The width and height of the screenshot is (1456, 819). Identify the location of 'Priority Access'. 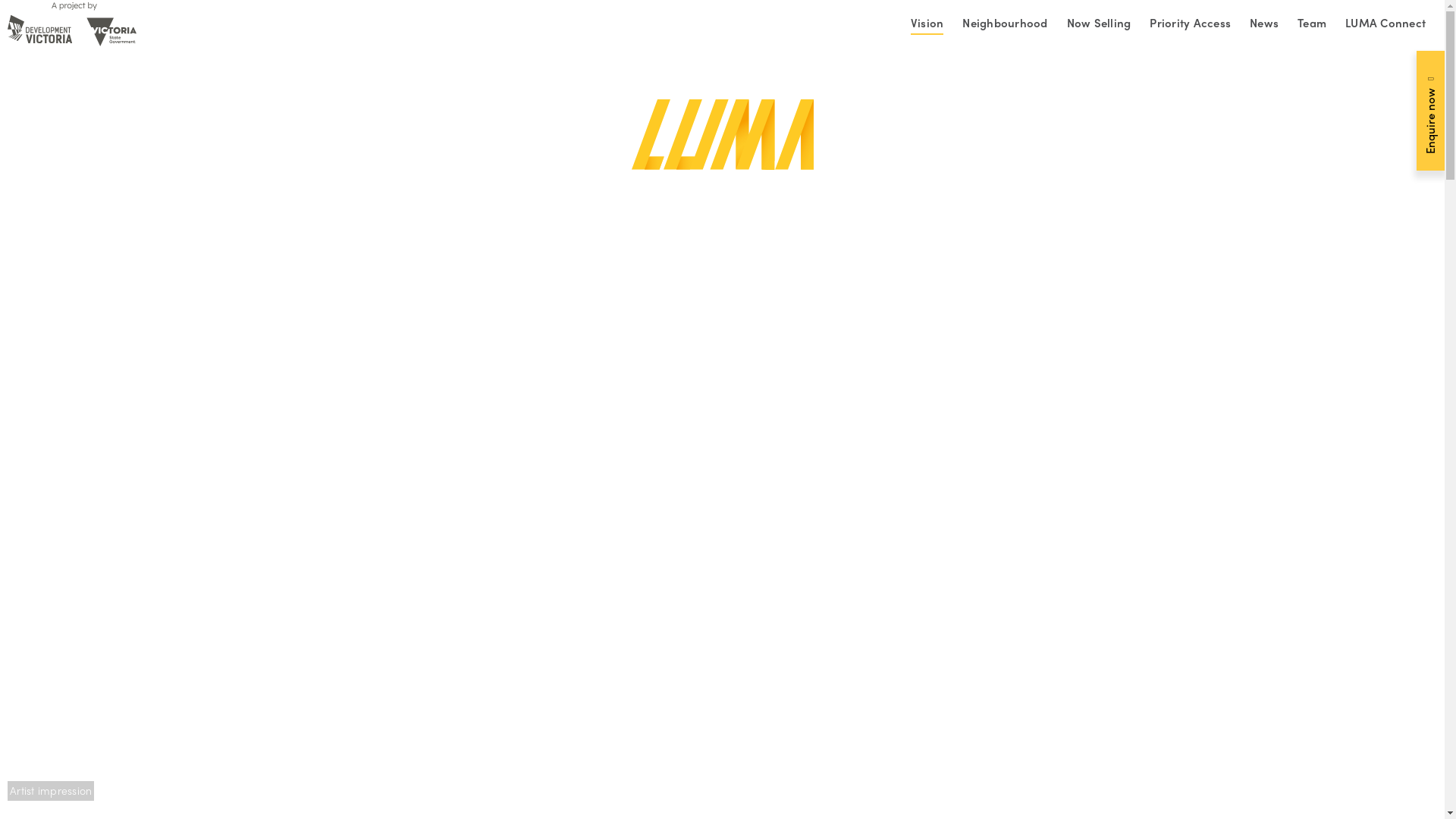
(1189, 25).